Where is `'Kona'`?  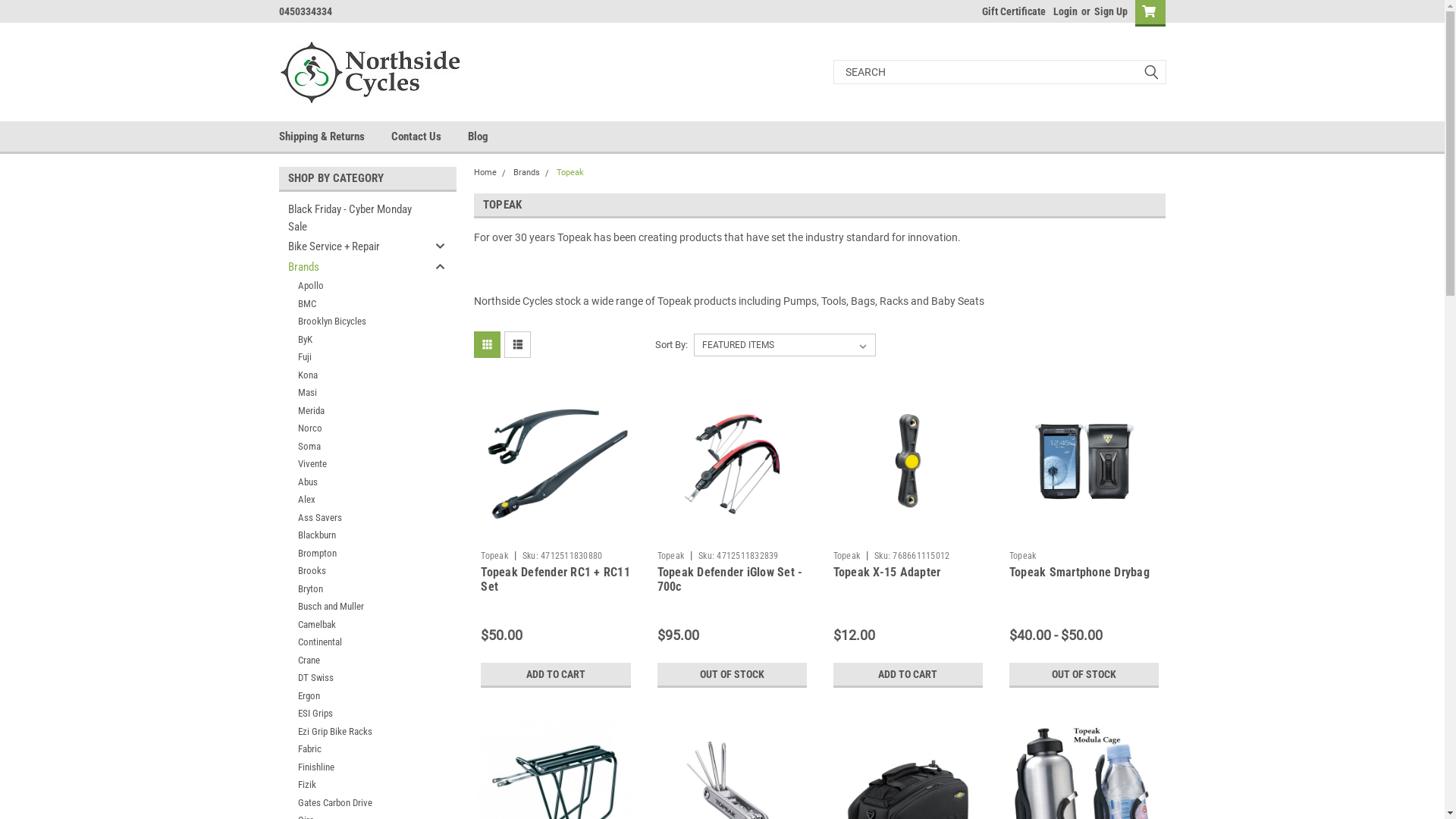
'Kona' is located at coordinates (353, 374).